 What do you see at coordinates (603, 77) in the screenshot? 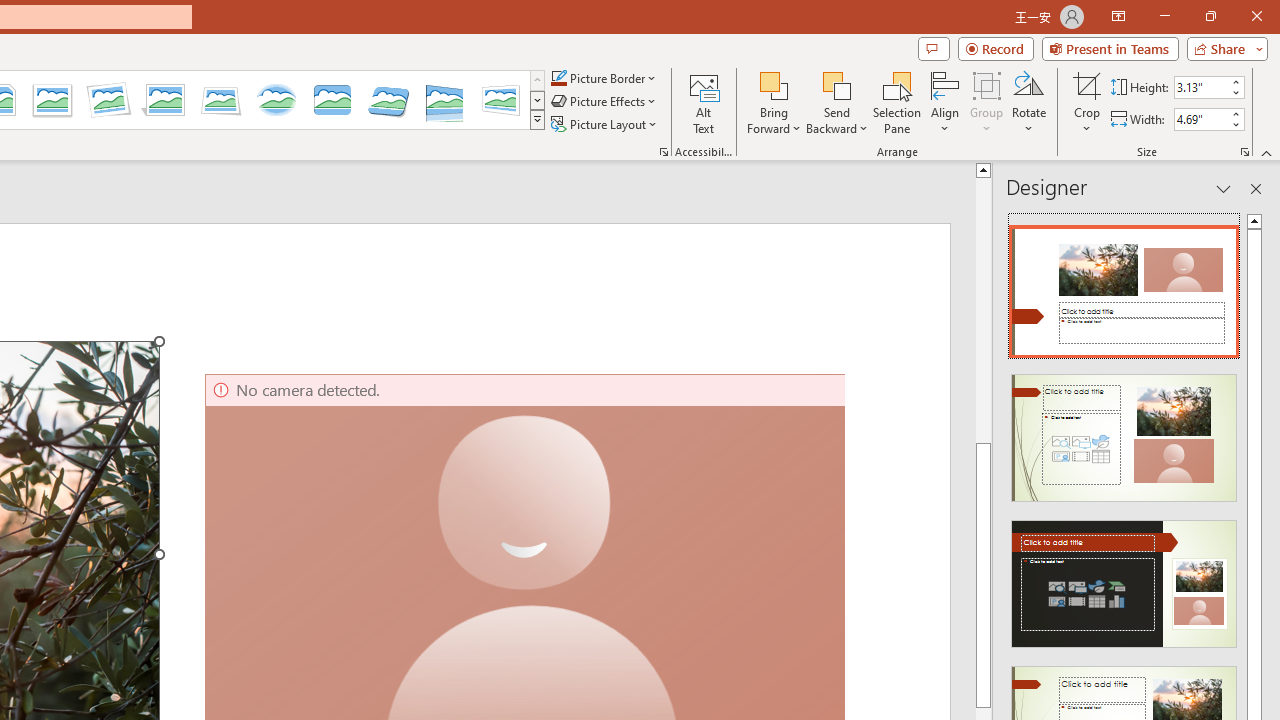
I see `'Picture Border'` at bounding box center [603, 77].